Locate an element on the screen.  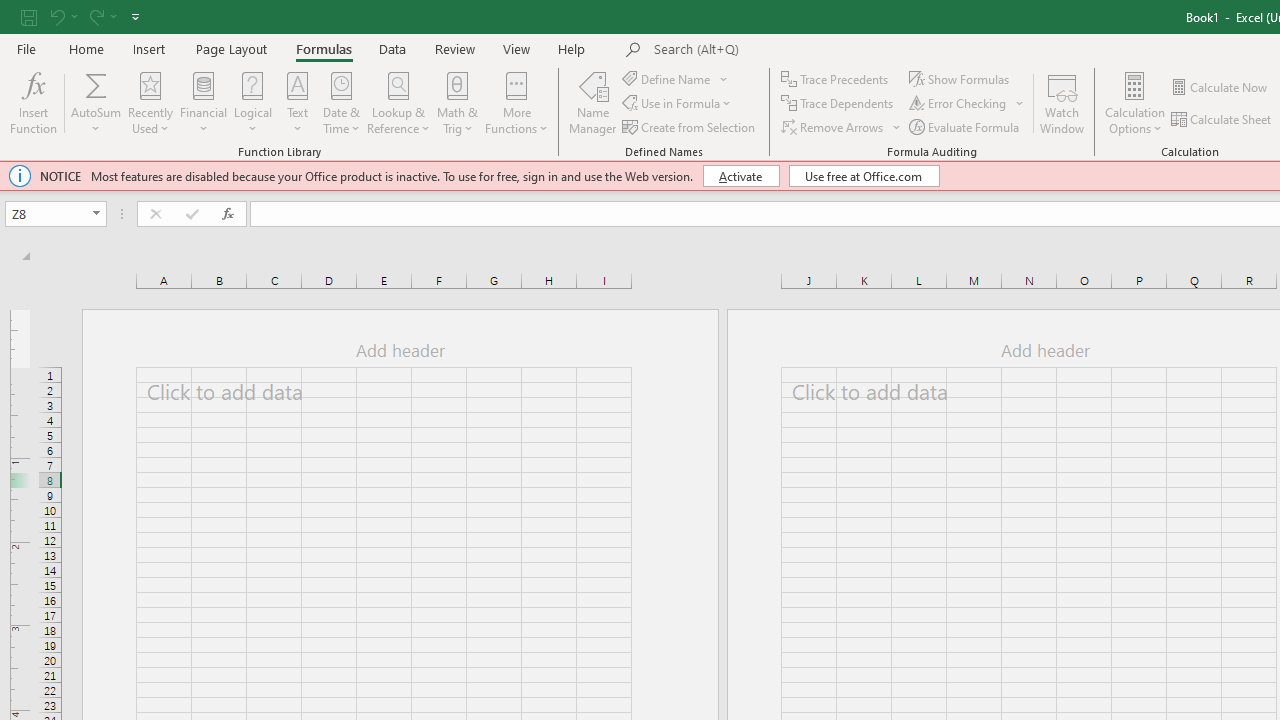
'Remove Arrows' is located at coordinates (842, 127).